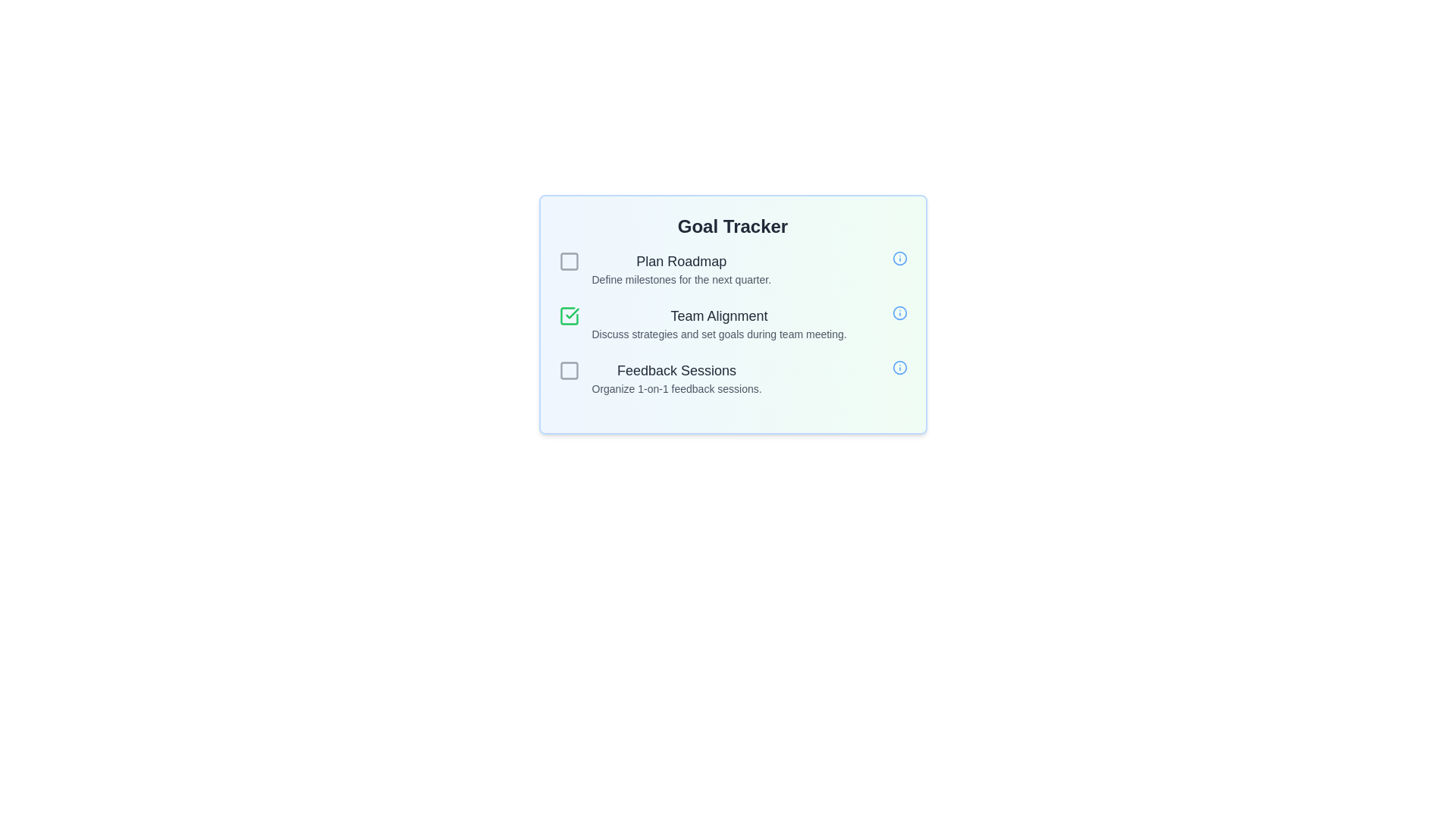  What do you see at coordinates (899, 312) in the screenshot?
I see `the small circular information icon with a blue outline located on the far-right side of the 'Team Alignment' task row` at bounding box center [899, 312].